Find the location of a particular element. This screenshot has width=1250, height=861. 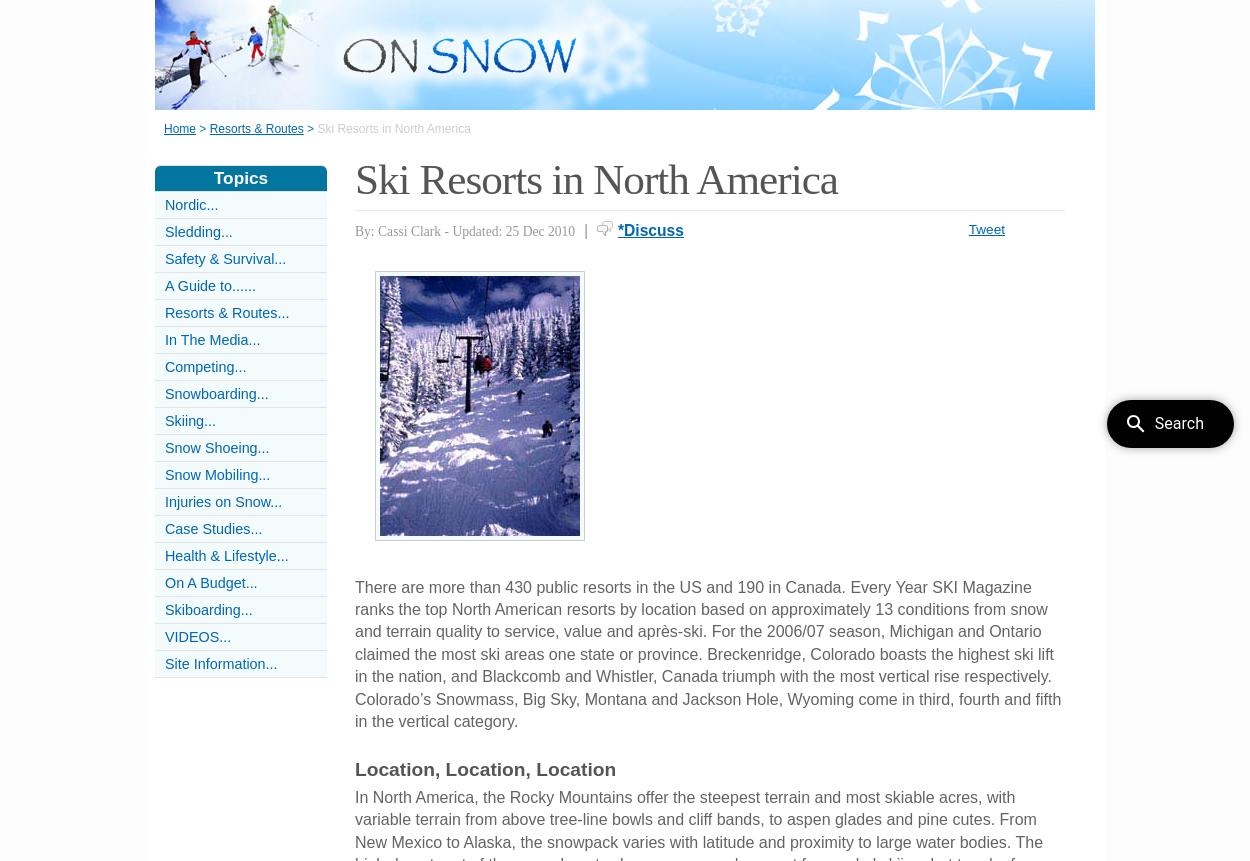

'Topics' is located at coordinates (239, 177).